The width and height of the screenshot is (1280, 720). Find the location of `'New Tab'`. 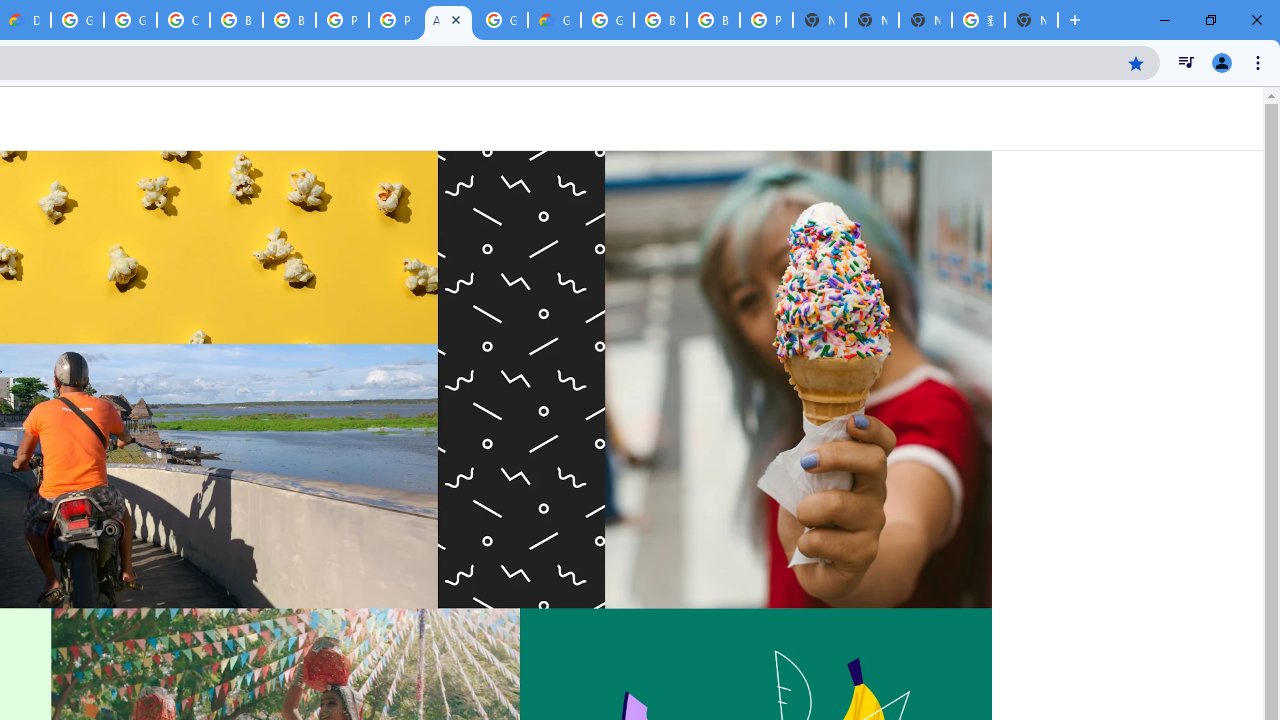

'New Tab' is located at coordinates (1031, 20).